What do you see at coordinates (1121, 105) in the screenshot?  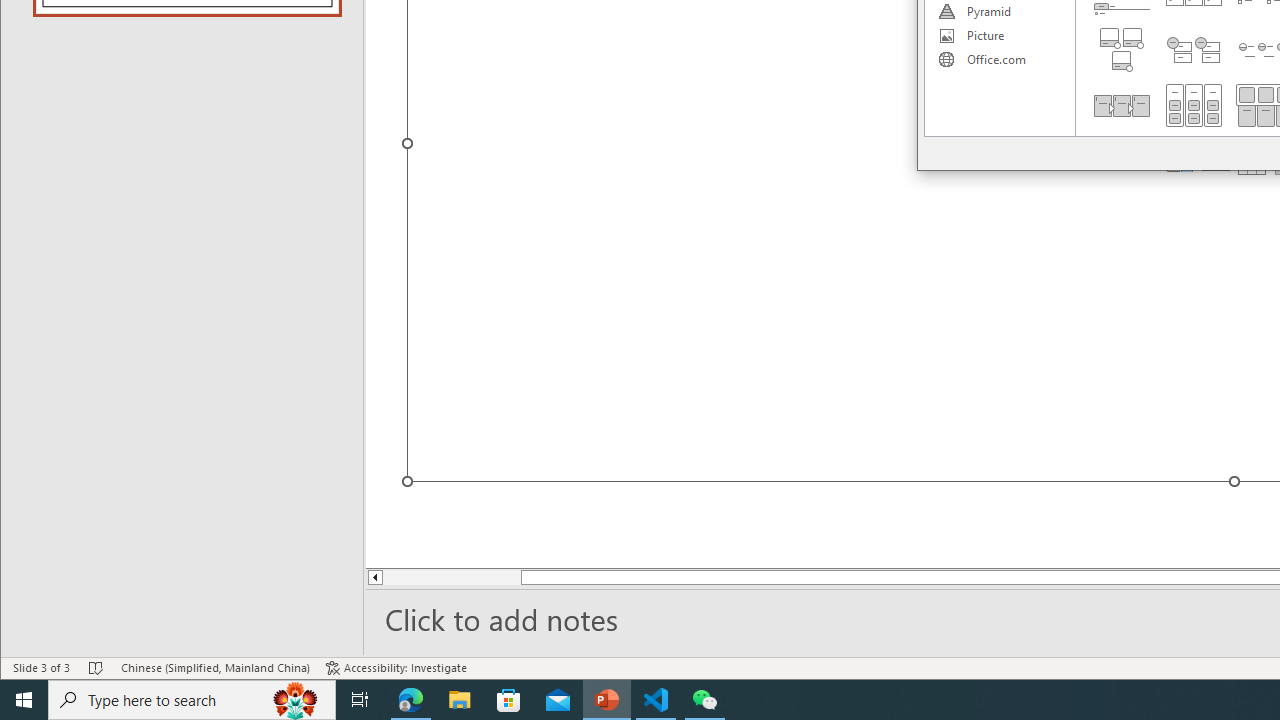 I see `'Detailed Process'` at bounding box center [1121, 105].